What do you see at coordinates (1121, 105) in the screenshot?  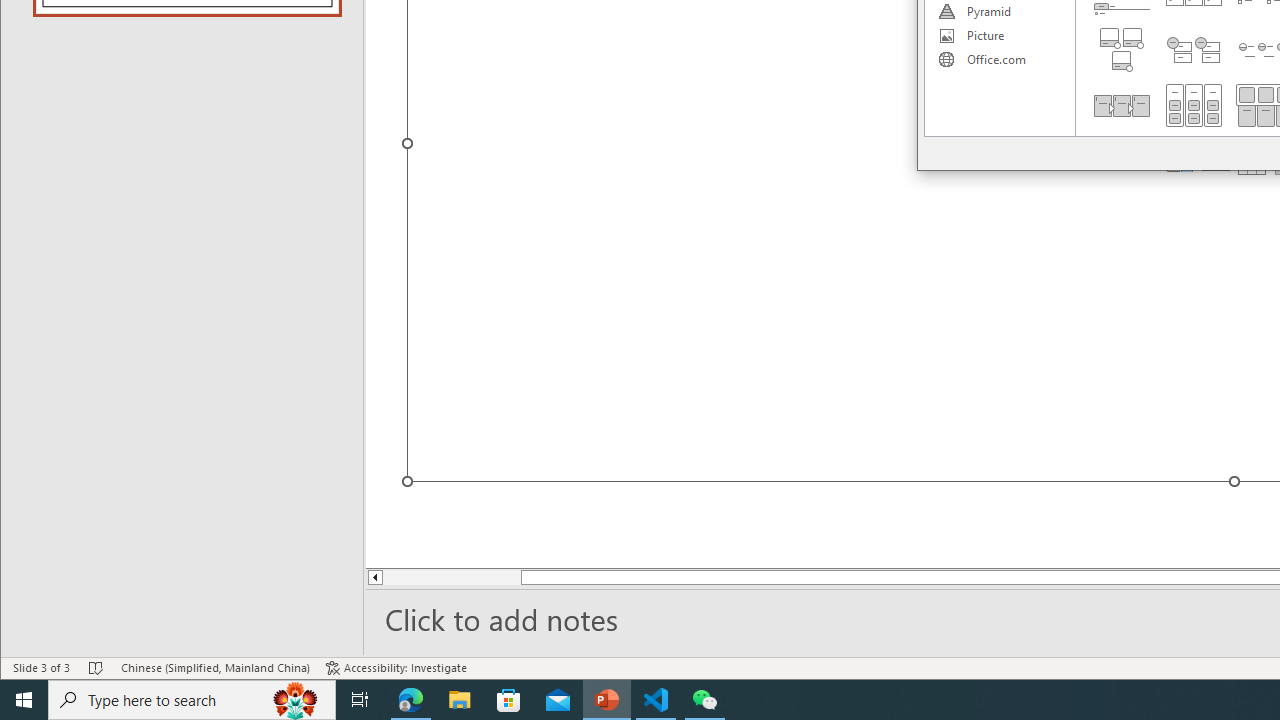 I see `'Detailed Process'` at bounding box center [1121, 105].